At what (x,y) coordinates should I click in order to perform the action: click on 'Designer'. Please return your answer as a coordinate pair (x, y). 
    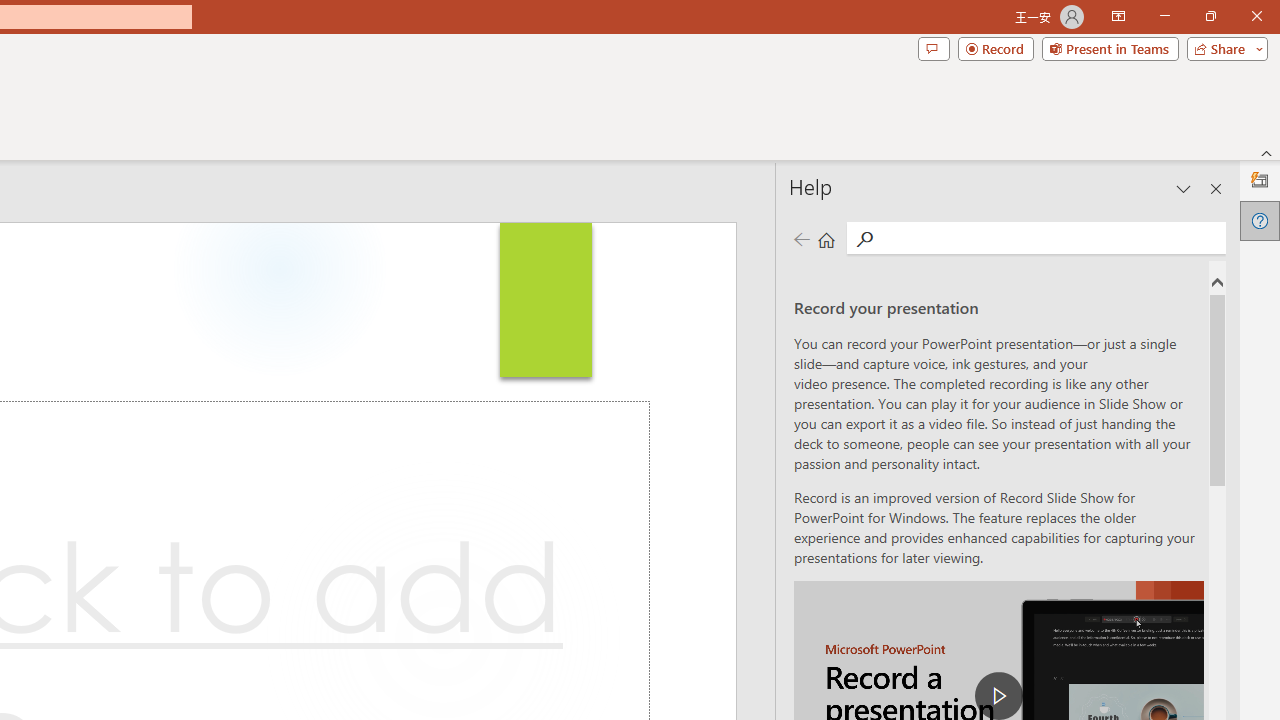
    Looking at the image, I should click on (1259, 181).